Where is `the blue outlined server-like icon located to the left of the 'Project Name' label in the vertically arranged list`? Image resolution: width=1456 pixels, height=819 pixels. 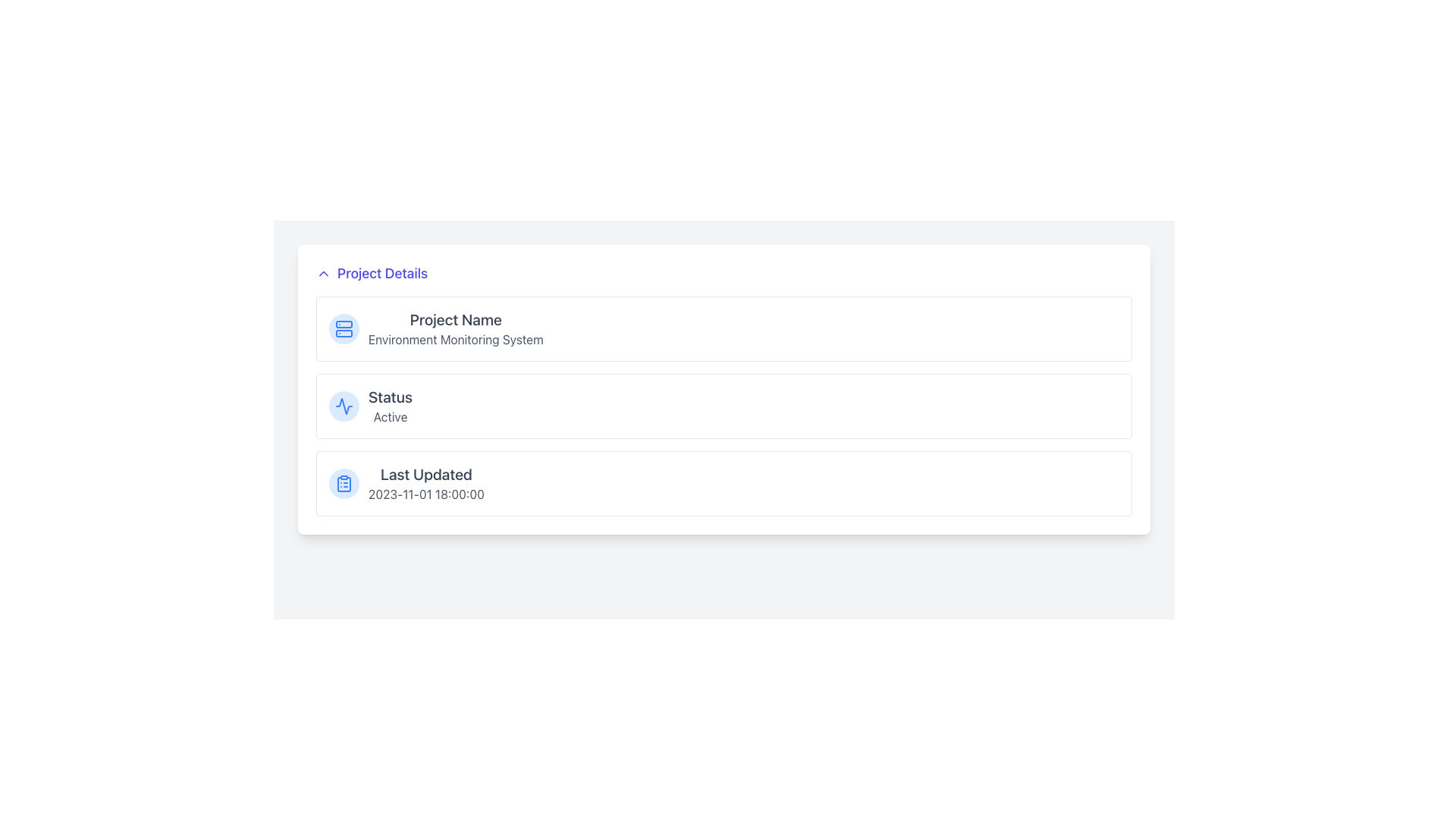
the blue outlined server-like icon located to the left of the 'Project Name' label in the vertically arranged list is located at coordinates (344, 328).